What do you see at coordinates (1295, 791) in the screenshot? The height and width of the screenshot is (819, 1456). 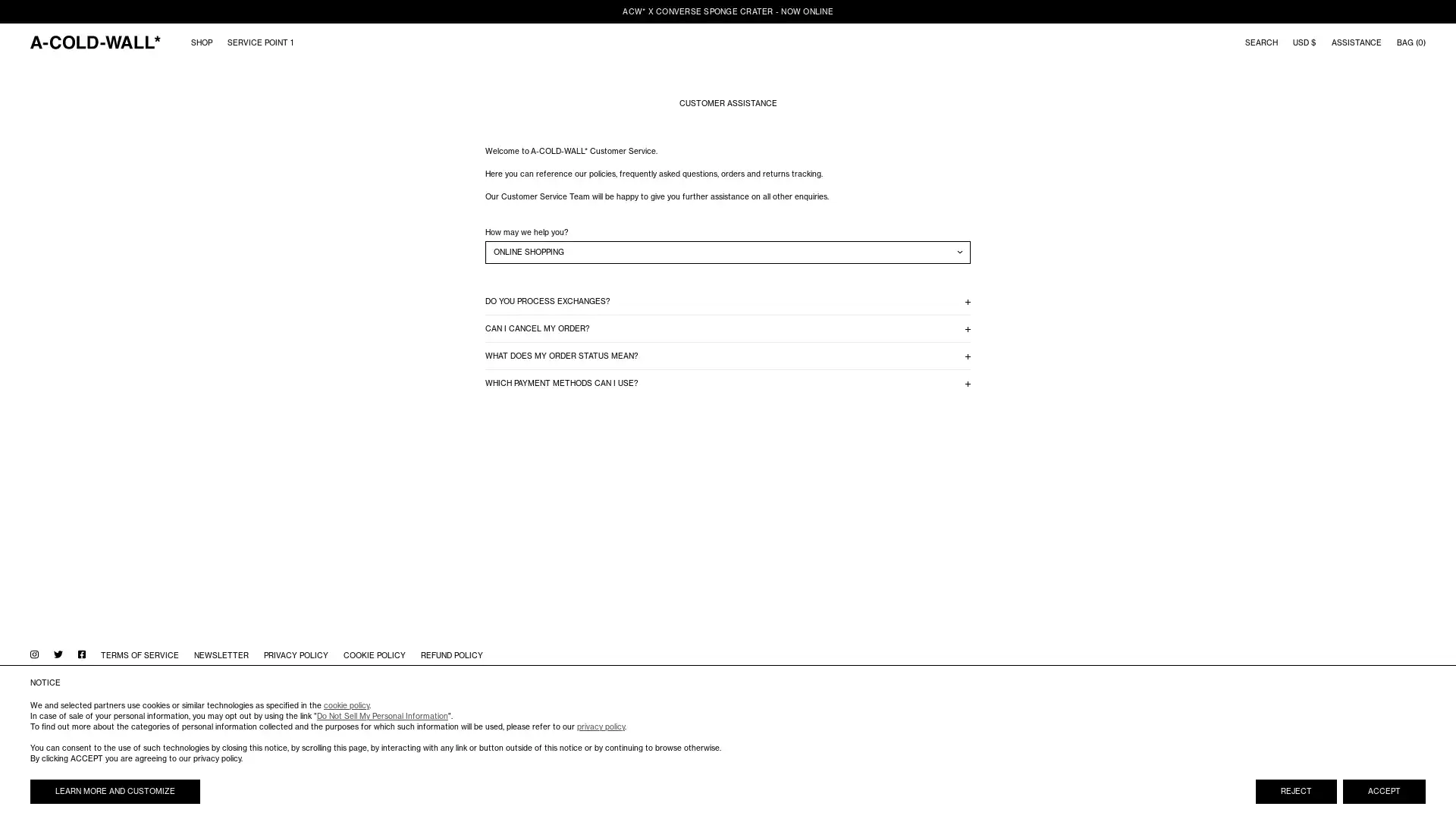 I see `REJECT` at bounding box center [1295, 791].